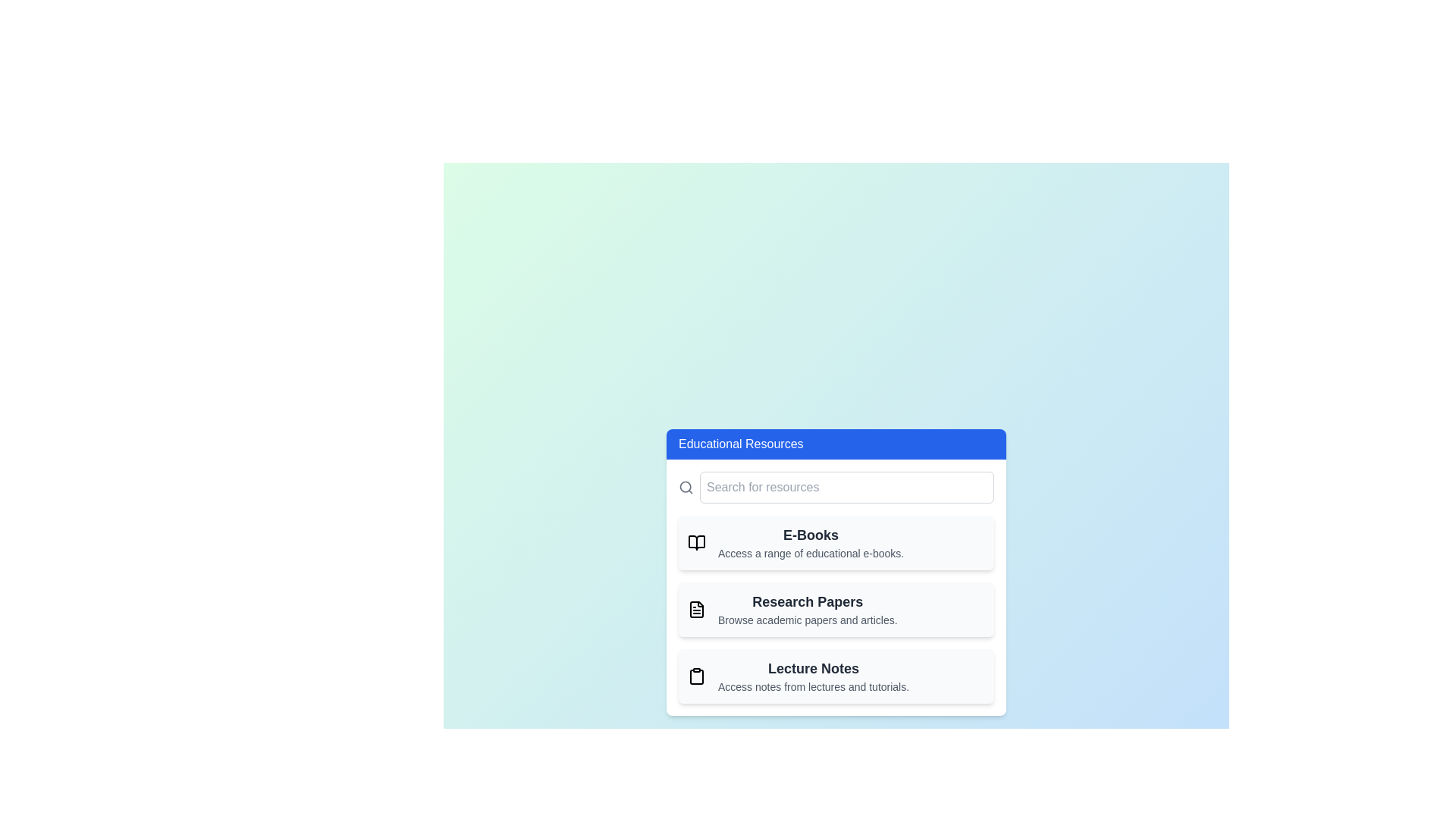 The height and width of the screenshot is (819, 1456). I want to click on the resource card titled 'E-Books', so click(836, 542).